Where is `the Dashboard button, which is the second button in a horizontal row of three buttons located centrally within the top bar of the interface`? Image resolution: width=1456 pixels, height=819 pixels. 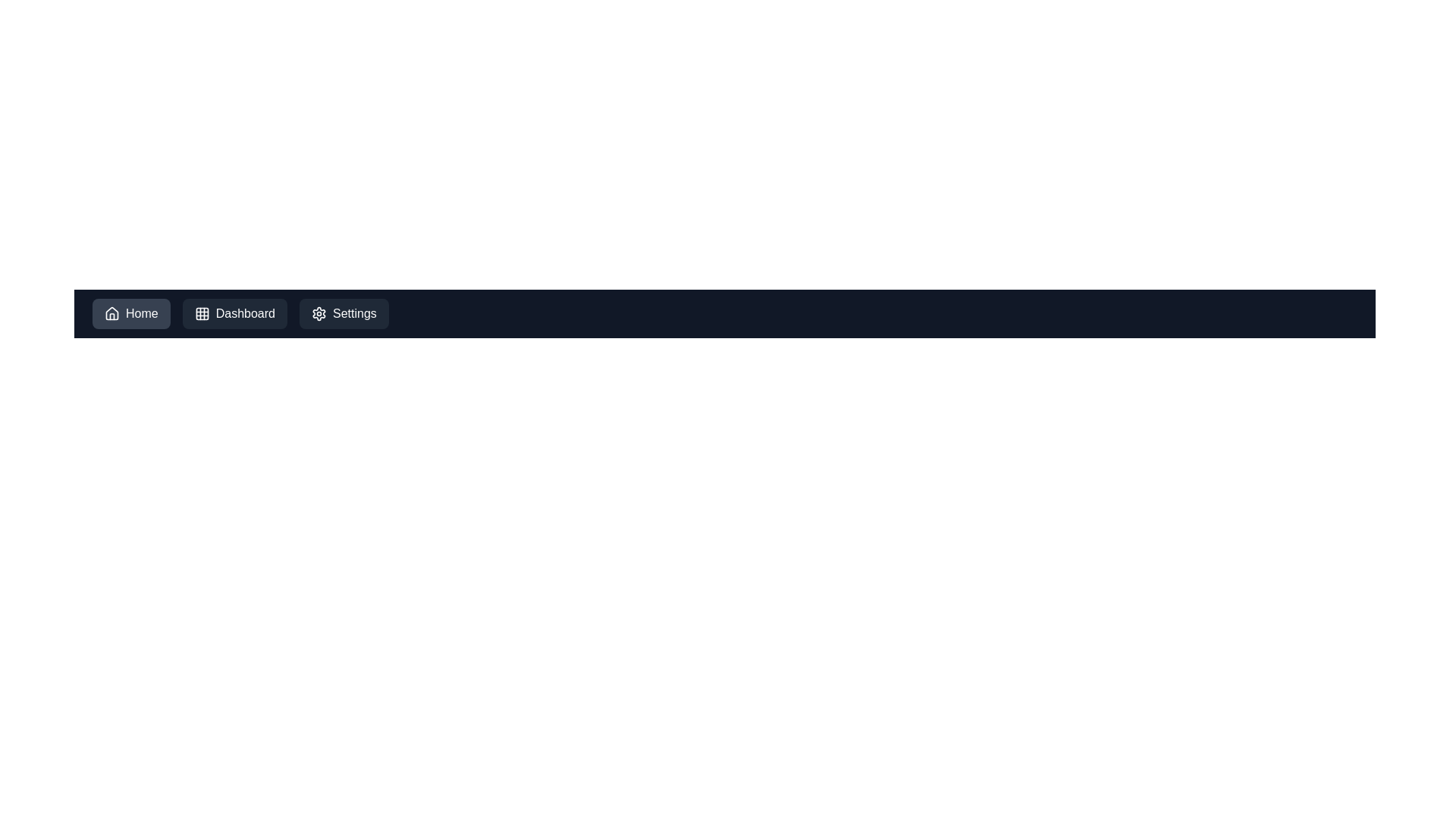
the Dashboard button, which is the second button in a horizontal row of three buttons located centrally within the top bar of the interface is located at coordinates (234, 312).